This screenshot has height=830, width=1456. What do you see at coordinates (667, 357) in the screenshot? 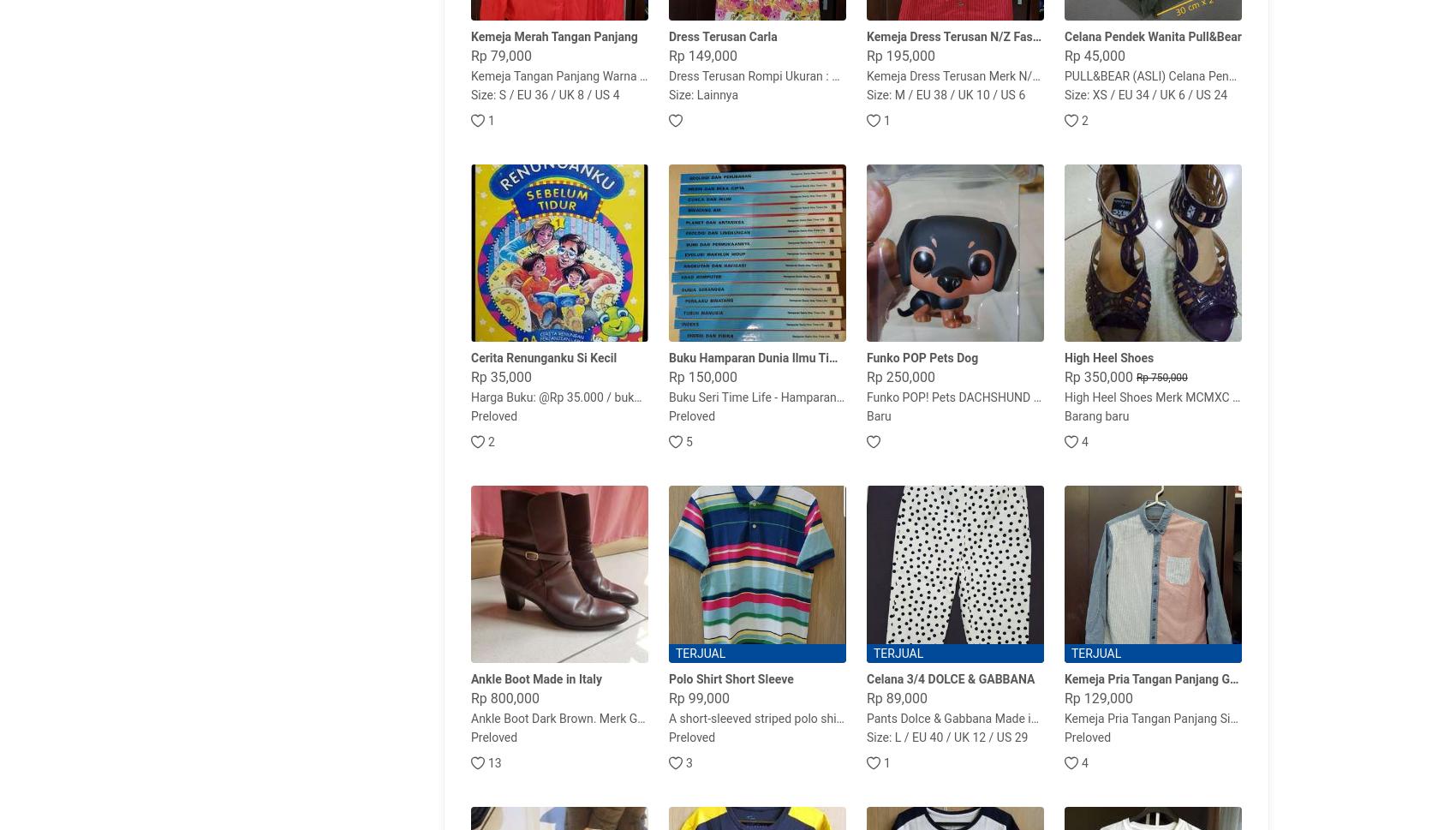
I see `'Buku Hamparan Dunia Ilmu Time-Life'` at bounding box center [667, 357].